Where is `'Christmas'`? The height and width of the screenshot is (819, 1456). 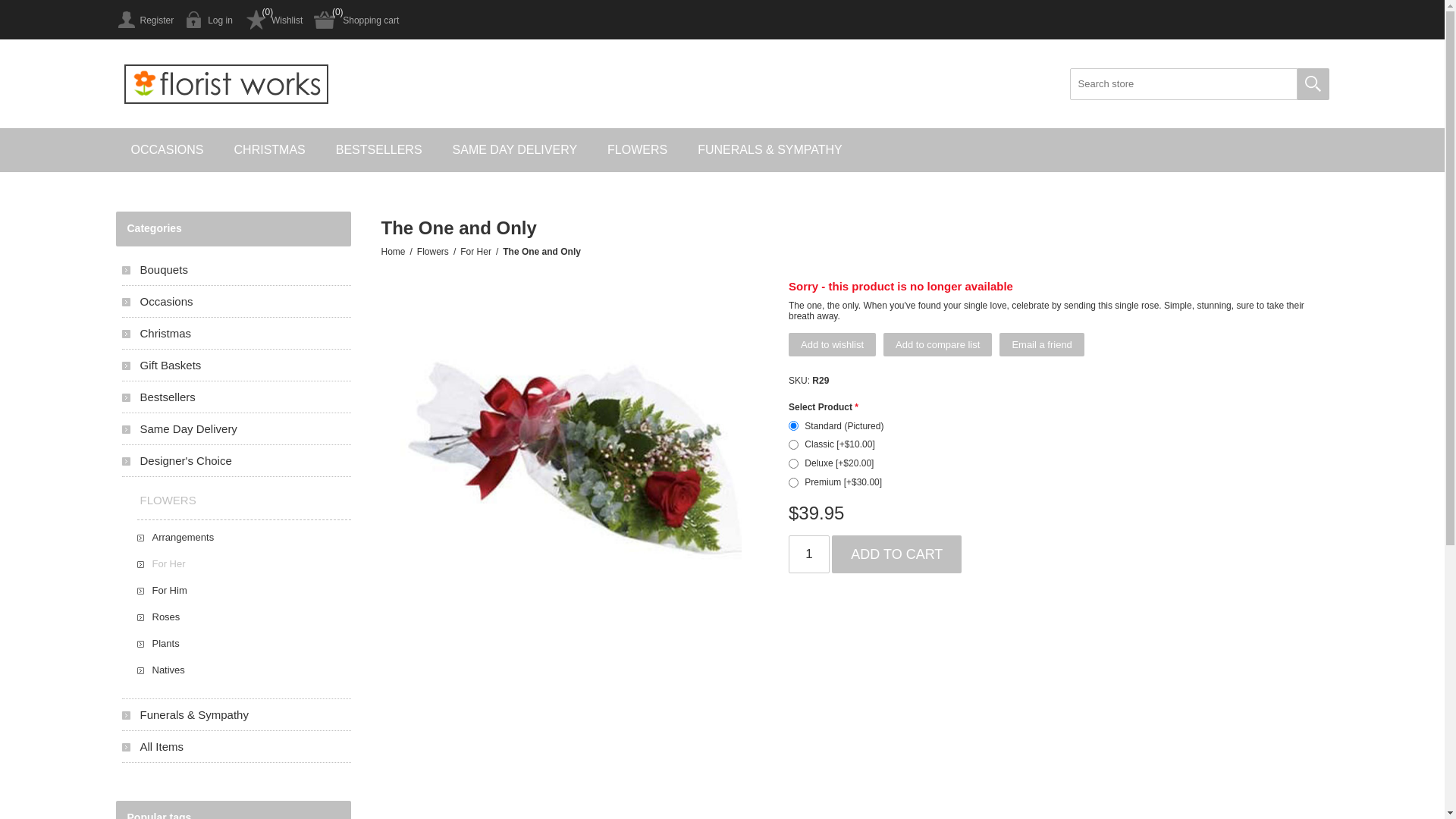 'Christmas' is located at coordinates (235, 332).